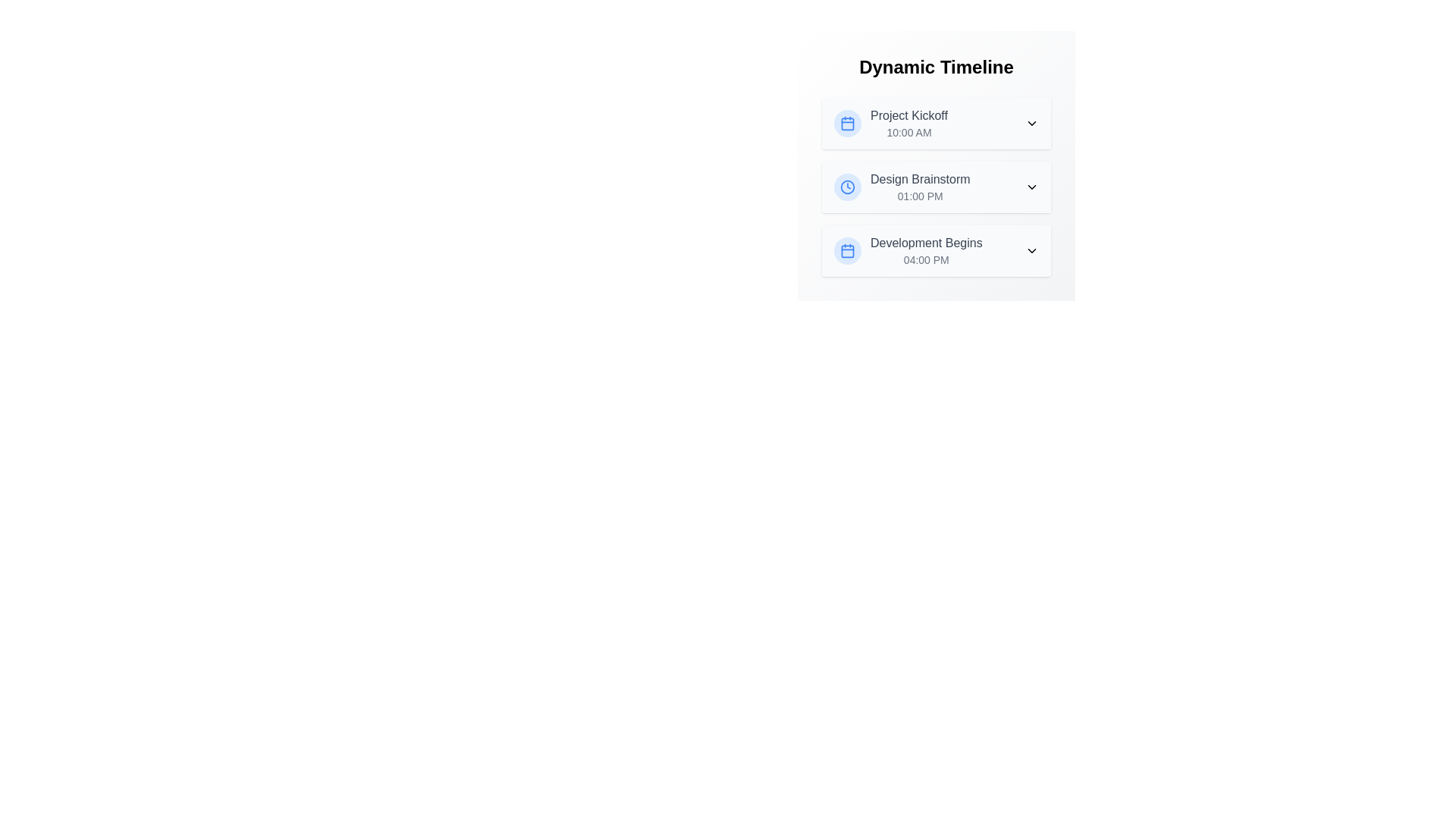 The height and width of the screenshot is (819, 1456). Describe the element at coordinates (925, 242) in the screenshot. I see `the text label displaying 'Development Begins', which is styled in medium gray font and positioned between 'Design Brainstorm' and '04:00 PM' in the 'Dynamic Timeline' interface` at that location.